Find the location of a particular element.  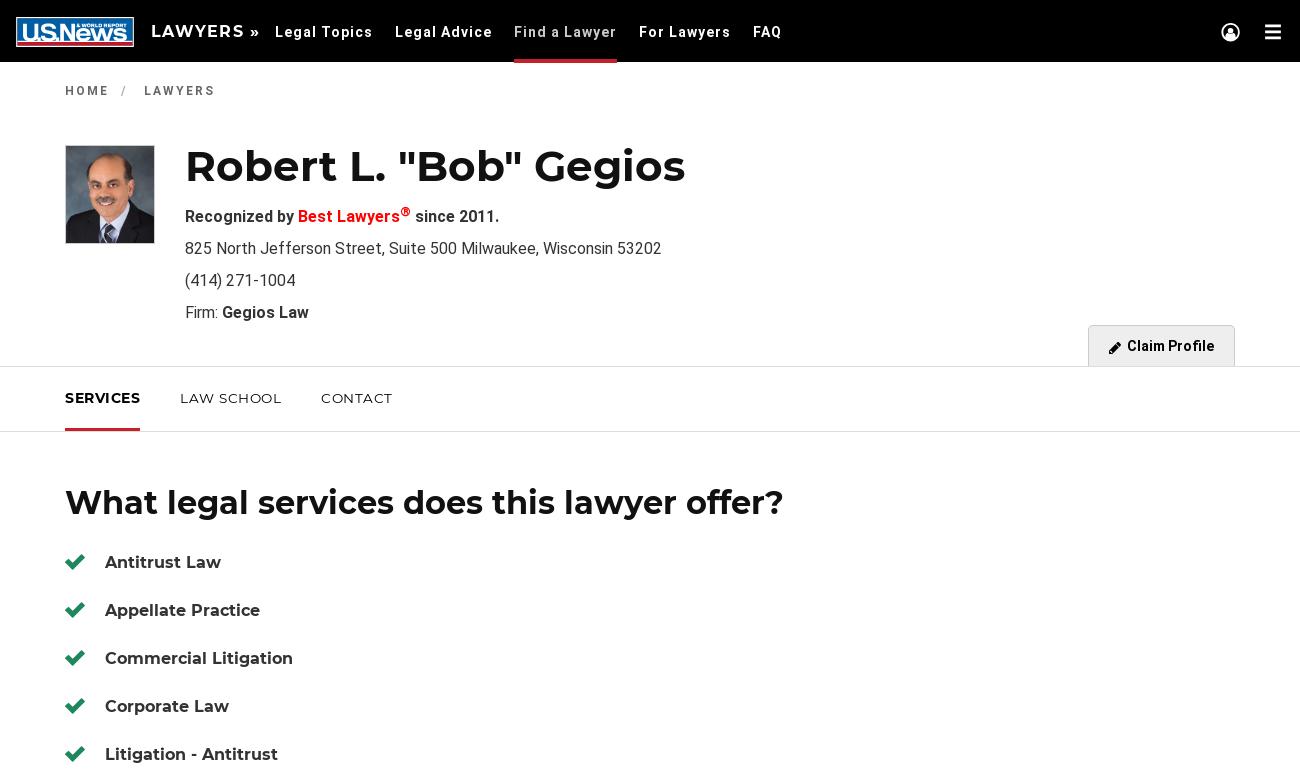

'Antitrust Law' is located at coordinates (162, 561).